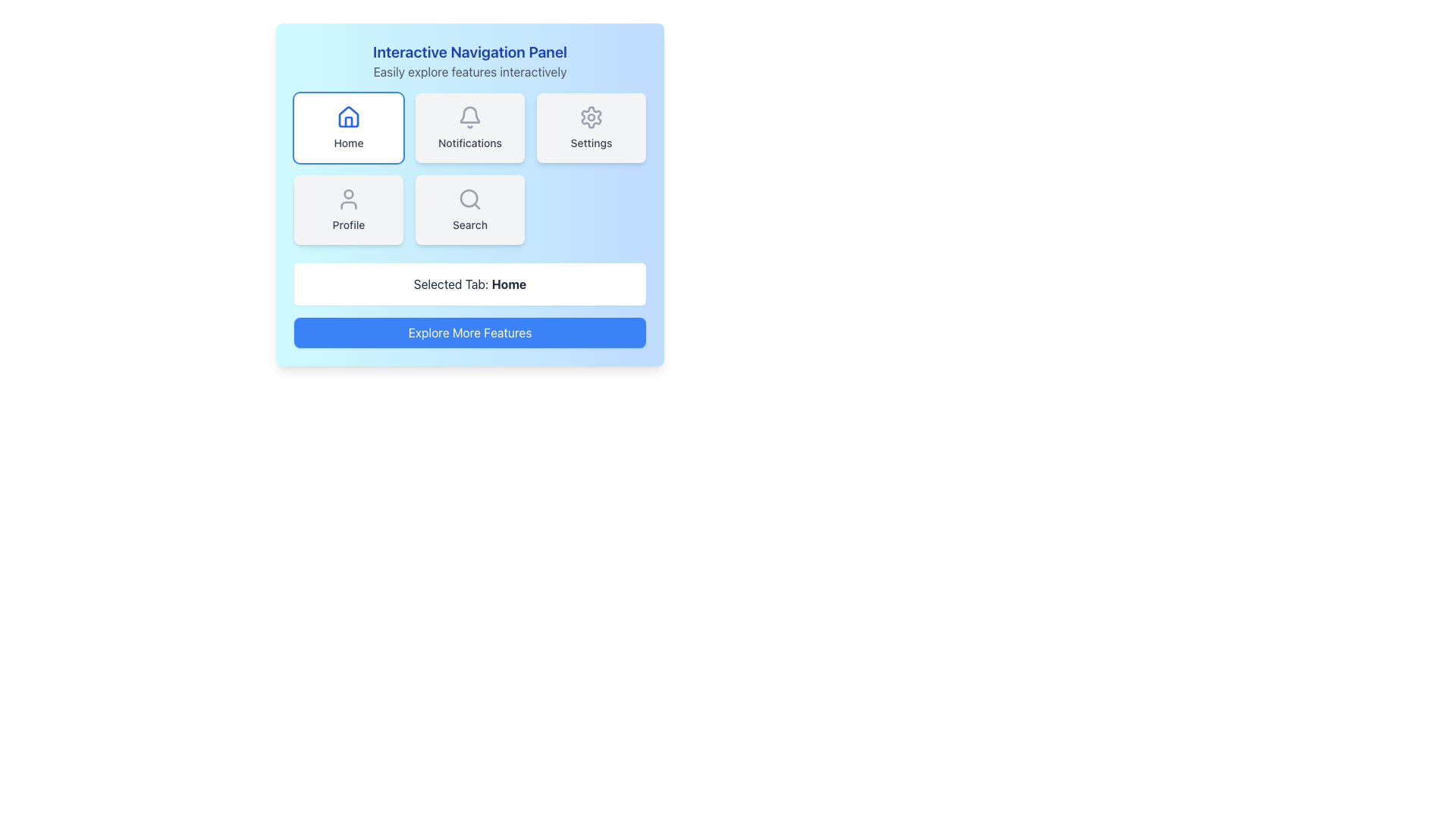 The width and height of the screenshot is (1456, 819). I want to click on the SVG circle element located at the upper-center portion of the profile icon, which is situated below the 'Profile' label within the profile tab button, so click(348, 193).